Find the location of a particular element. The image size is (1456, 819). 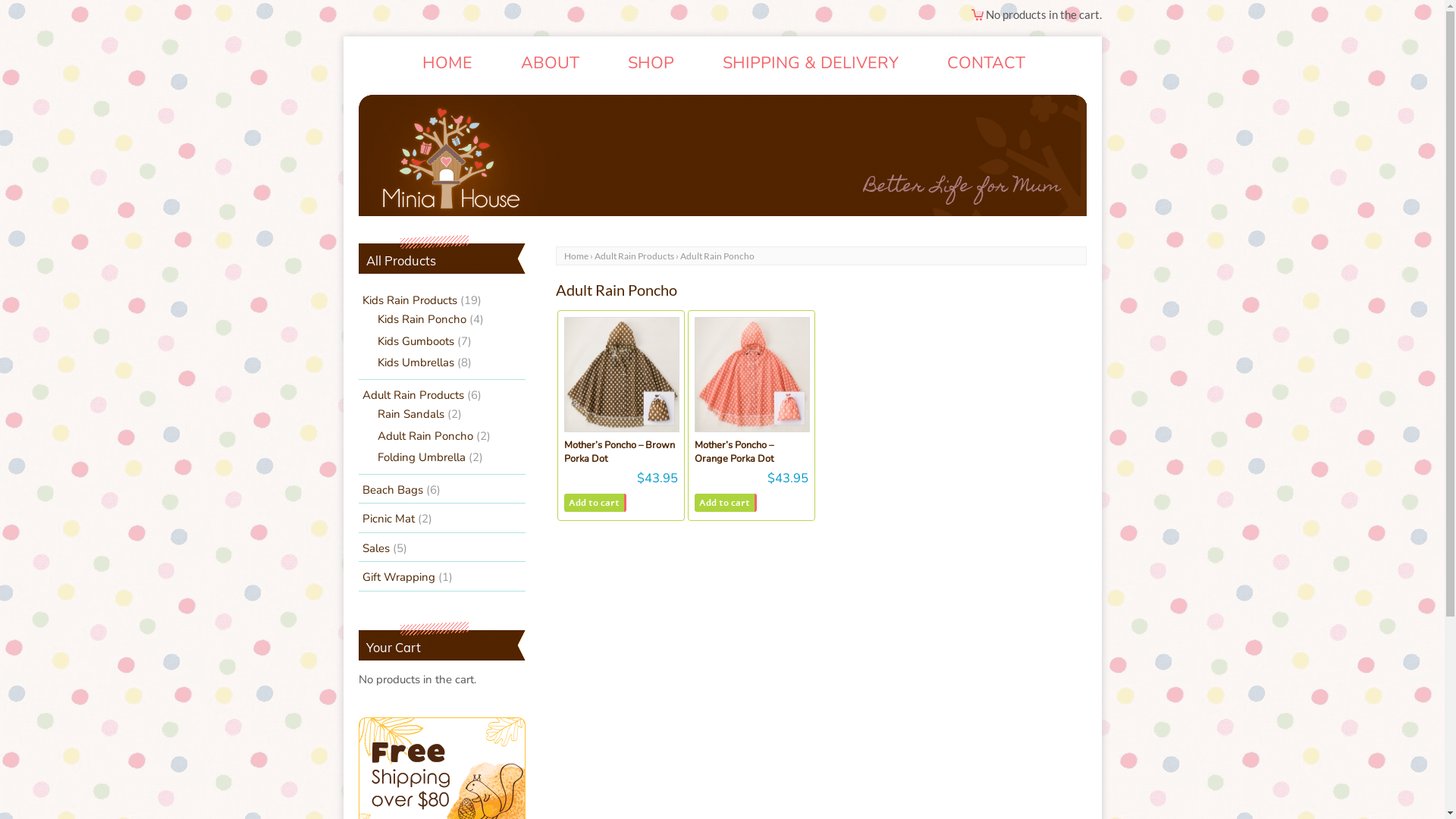

'SHIPPING & DELIVERY' is located at coordinates (809, 63).